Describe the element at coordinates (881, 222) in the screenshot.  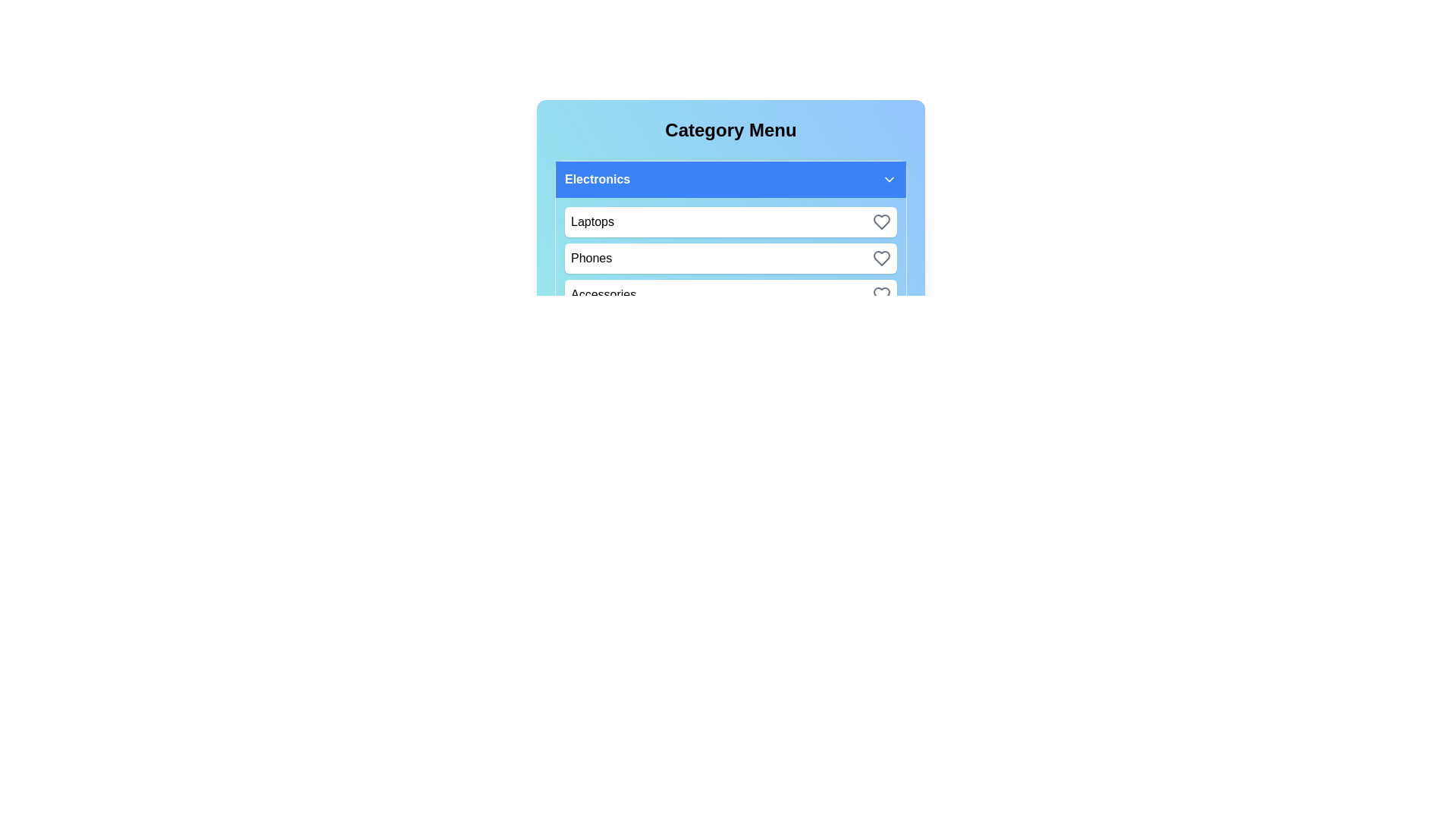
I see `the heart-shaped icon representing the favorite feature located to the far right of the 'Laptops' option in the 'Electronics' category menu` at that location.